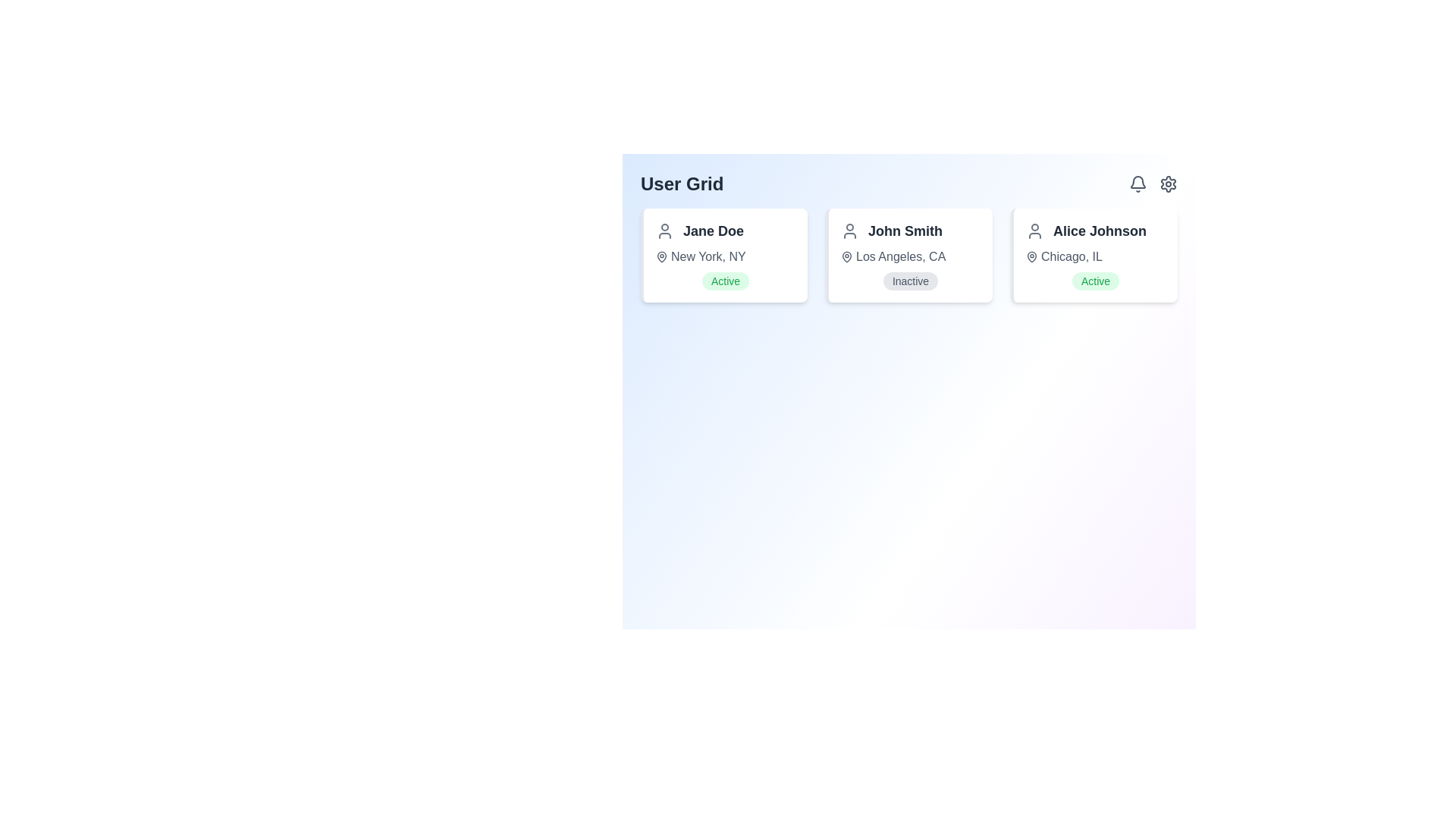  What do you see at coordinates (909, 254) in the screenshot?
I see `the card displaying 'John Smith' with the status 'Inactive' located in the center column of the 'User Grid'` at bounding box center [909, 254].